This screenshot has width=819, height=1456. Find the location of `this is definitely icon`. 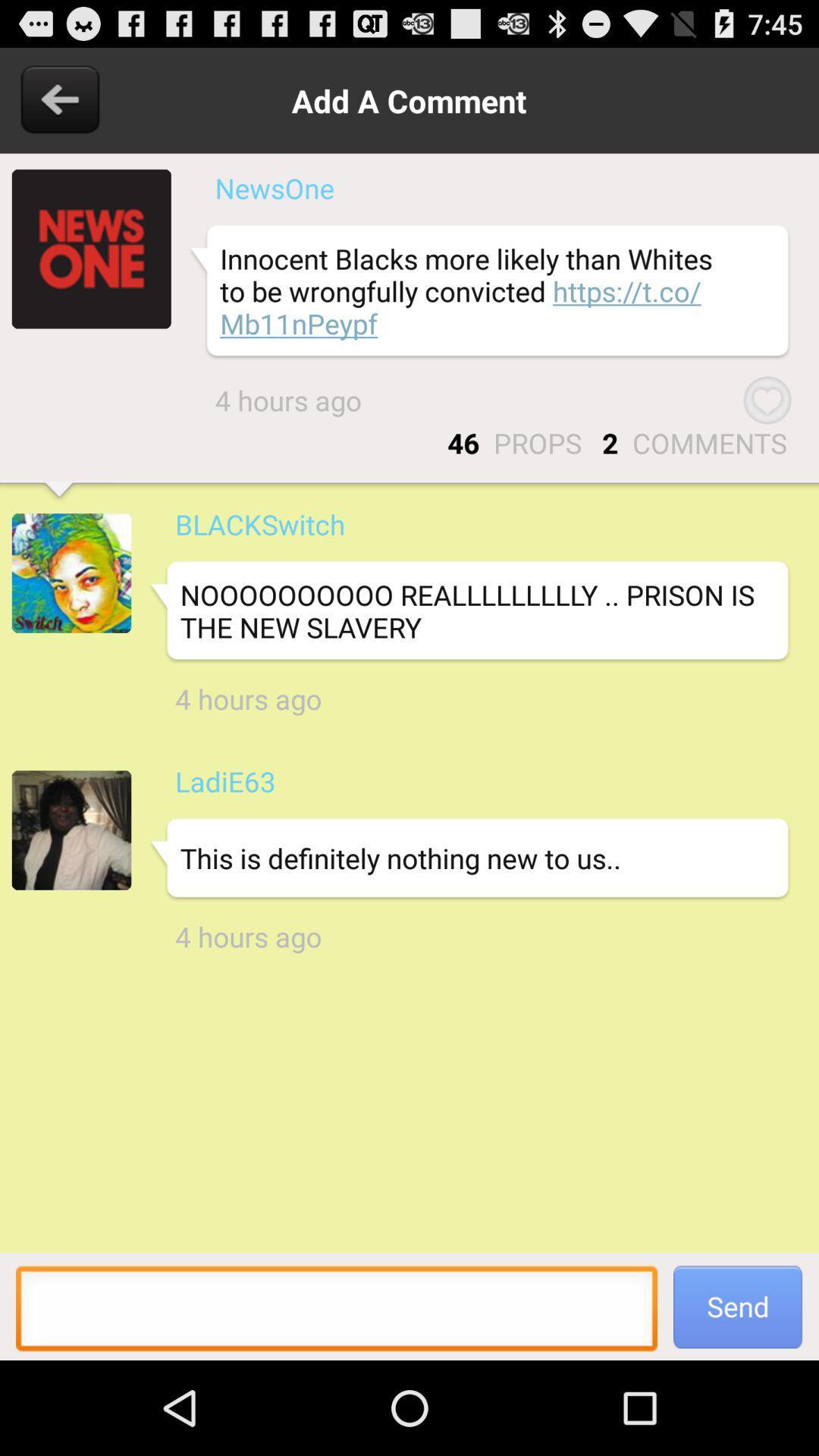

this is definitely icon is located at coordinates (468, 858).